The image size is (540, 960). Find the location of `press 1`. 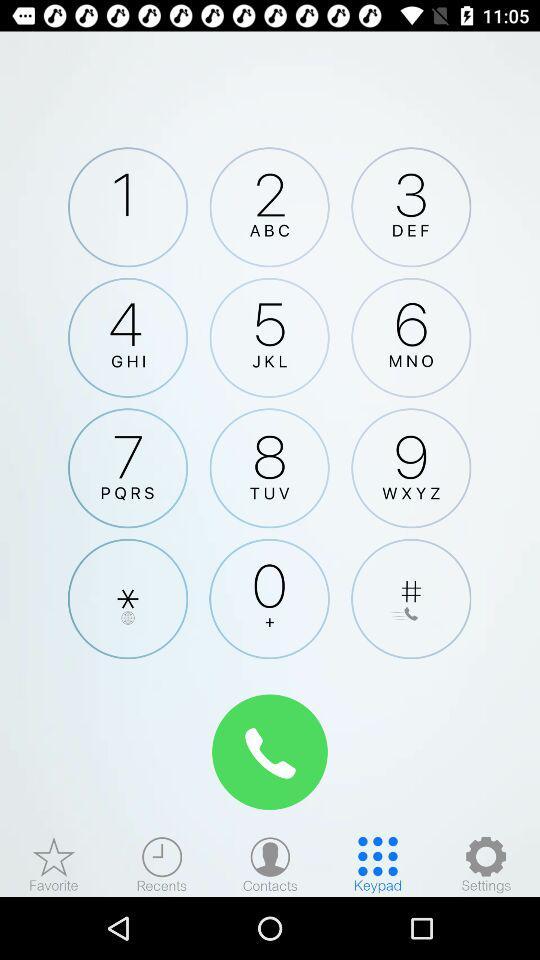

press 1 is located at coordinates (128, 207).